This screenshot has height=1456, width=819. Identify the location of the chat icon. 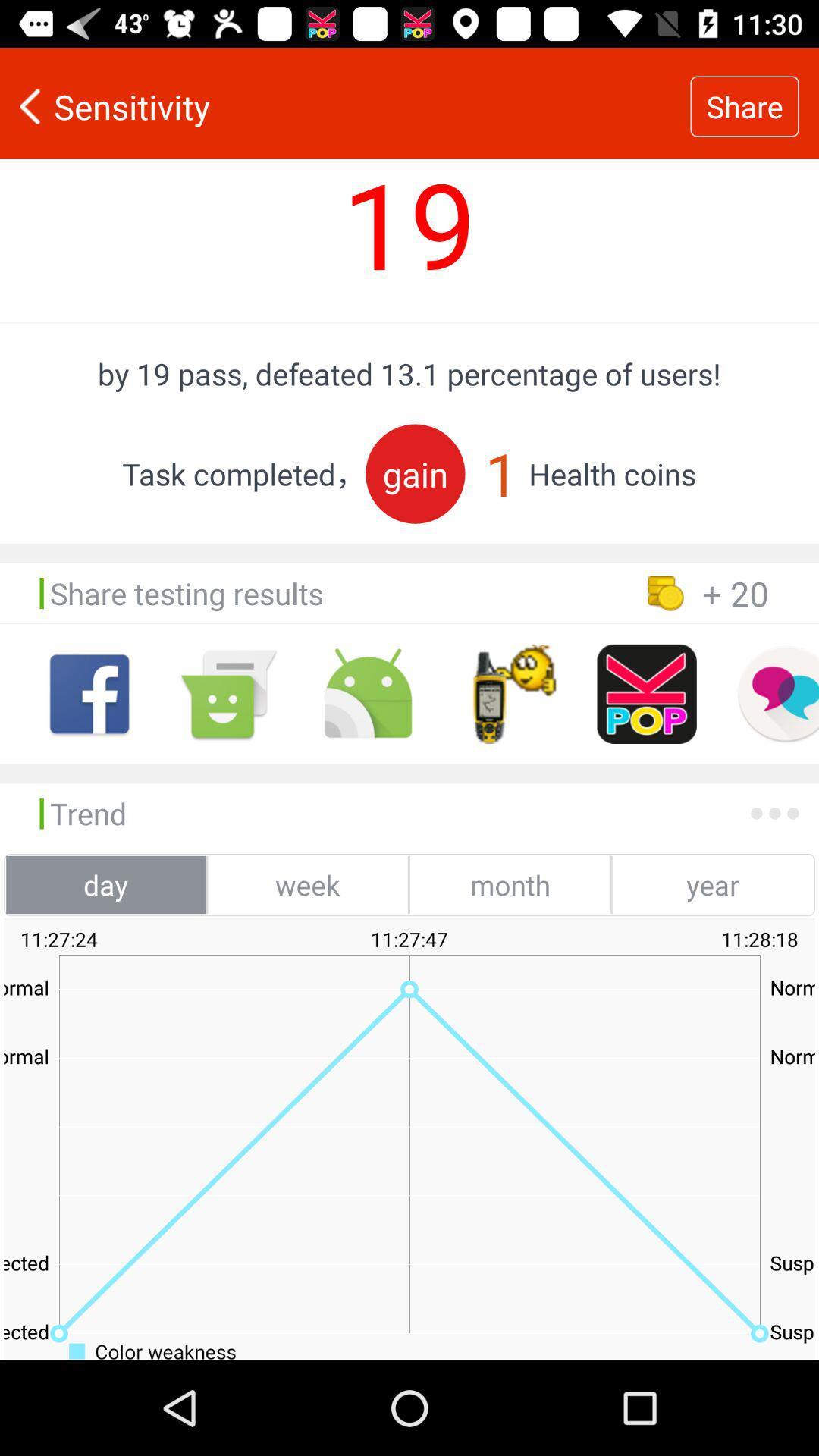
(228, 693).